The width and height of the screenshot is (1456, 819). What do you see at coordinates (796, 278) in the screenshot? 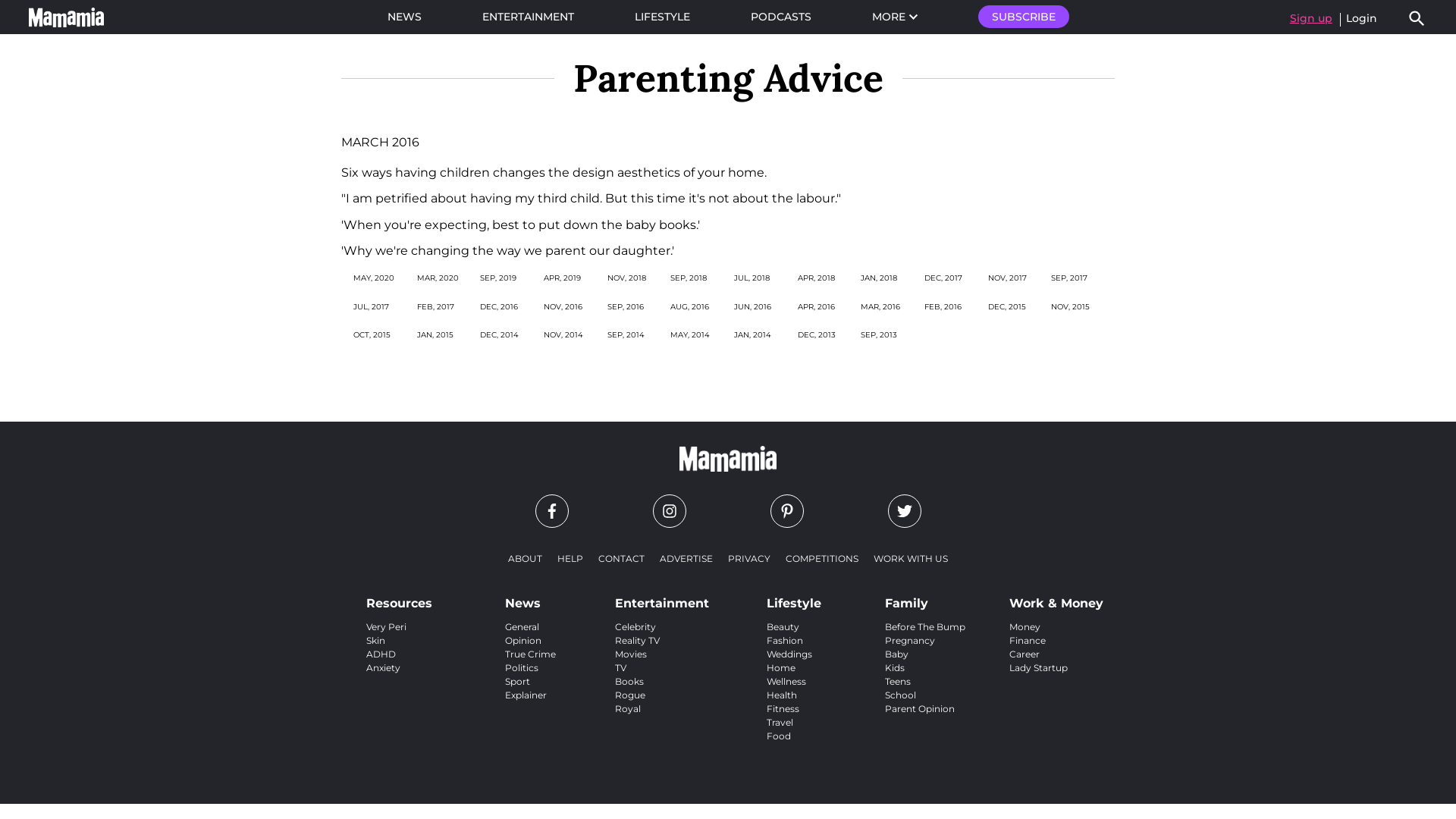
I see `'APR, 2018'` at bounding box center [796, 278].